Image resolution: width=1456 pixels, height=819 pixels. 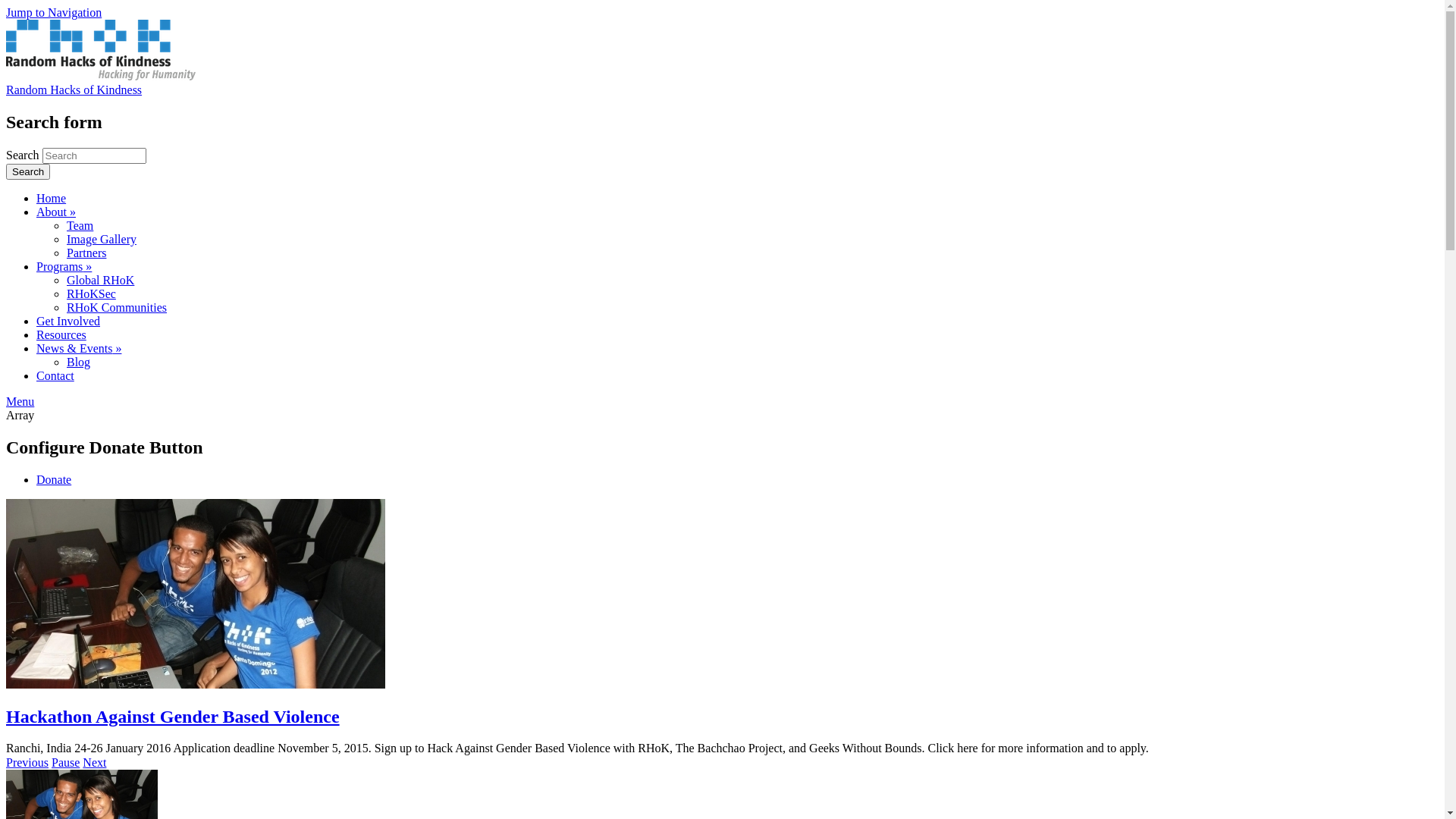 What do you see at coordinates (77, 362) in the screenshot?
I see `'Blog'` at bounding box center [77, 362].